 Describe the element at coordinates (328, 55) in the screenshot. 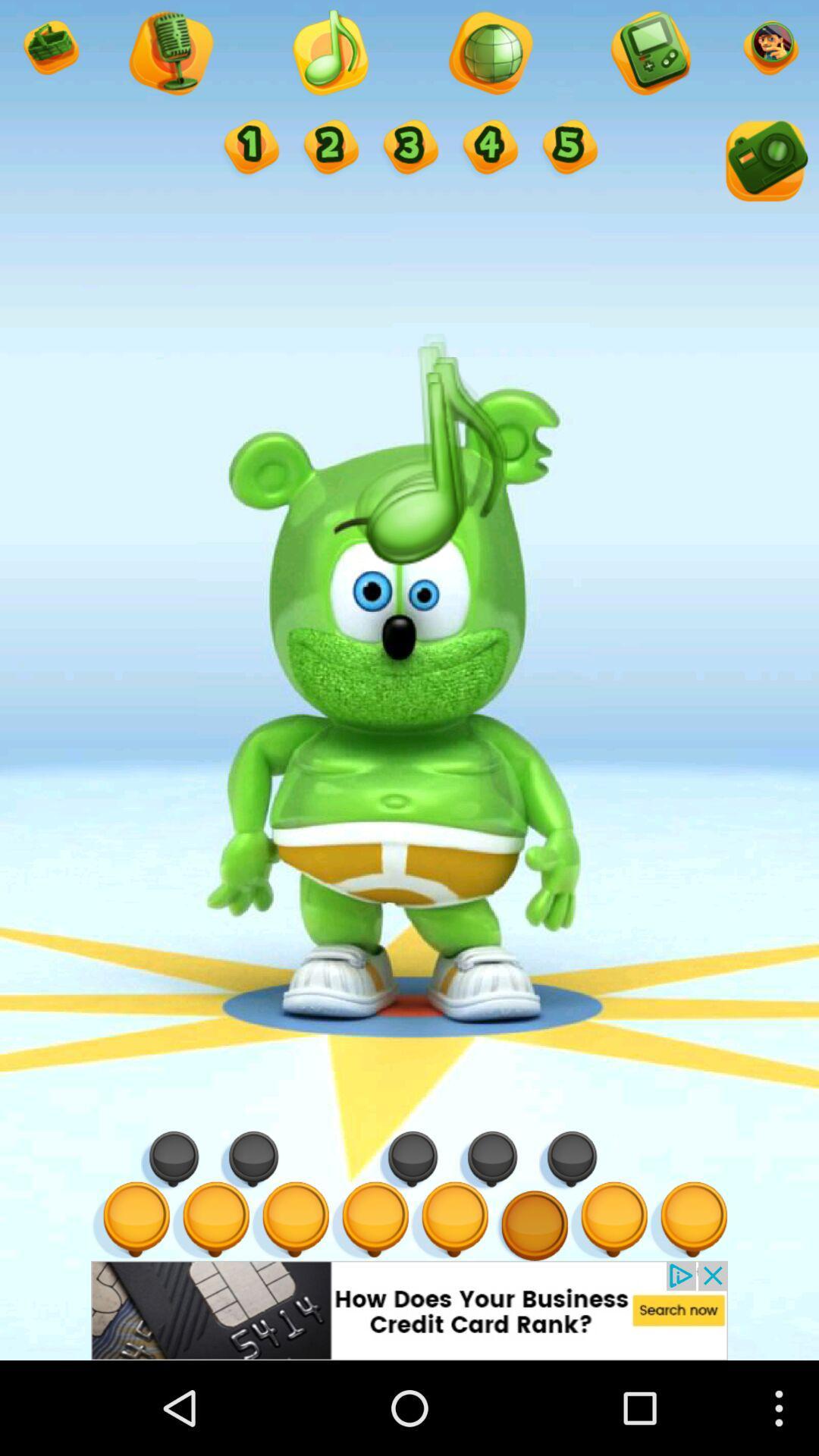

I see `a song` at that location.